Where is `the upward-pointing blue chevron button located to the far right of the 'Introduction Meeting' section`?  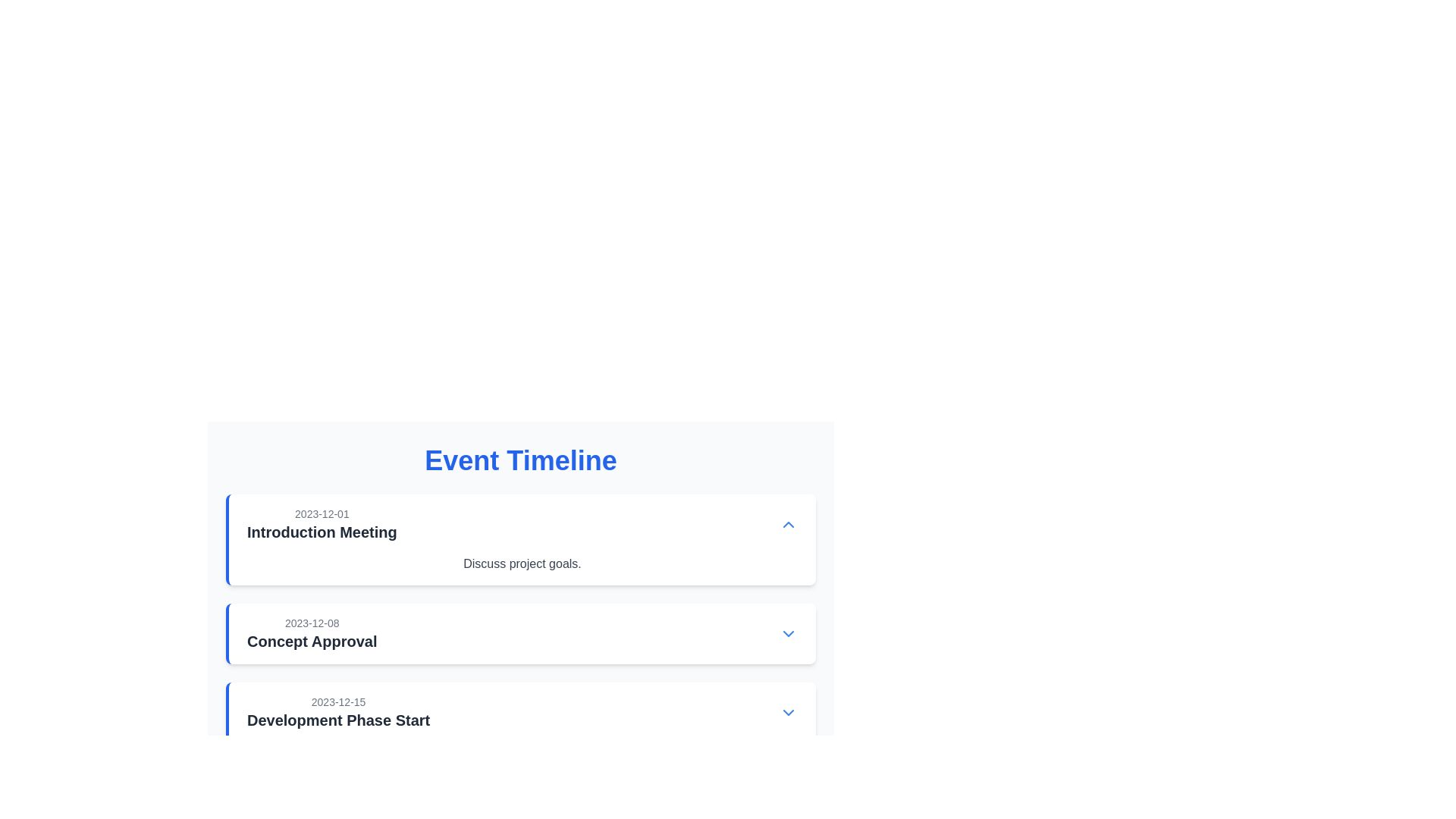
the upward-pointing blue chevron button located to the far right of the 'Introduction Meeting' section is located at coordinates (789, 523).